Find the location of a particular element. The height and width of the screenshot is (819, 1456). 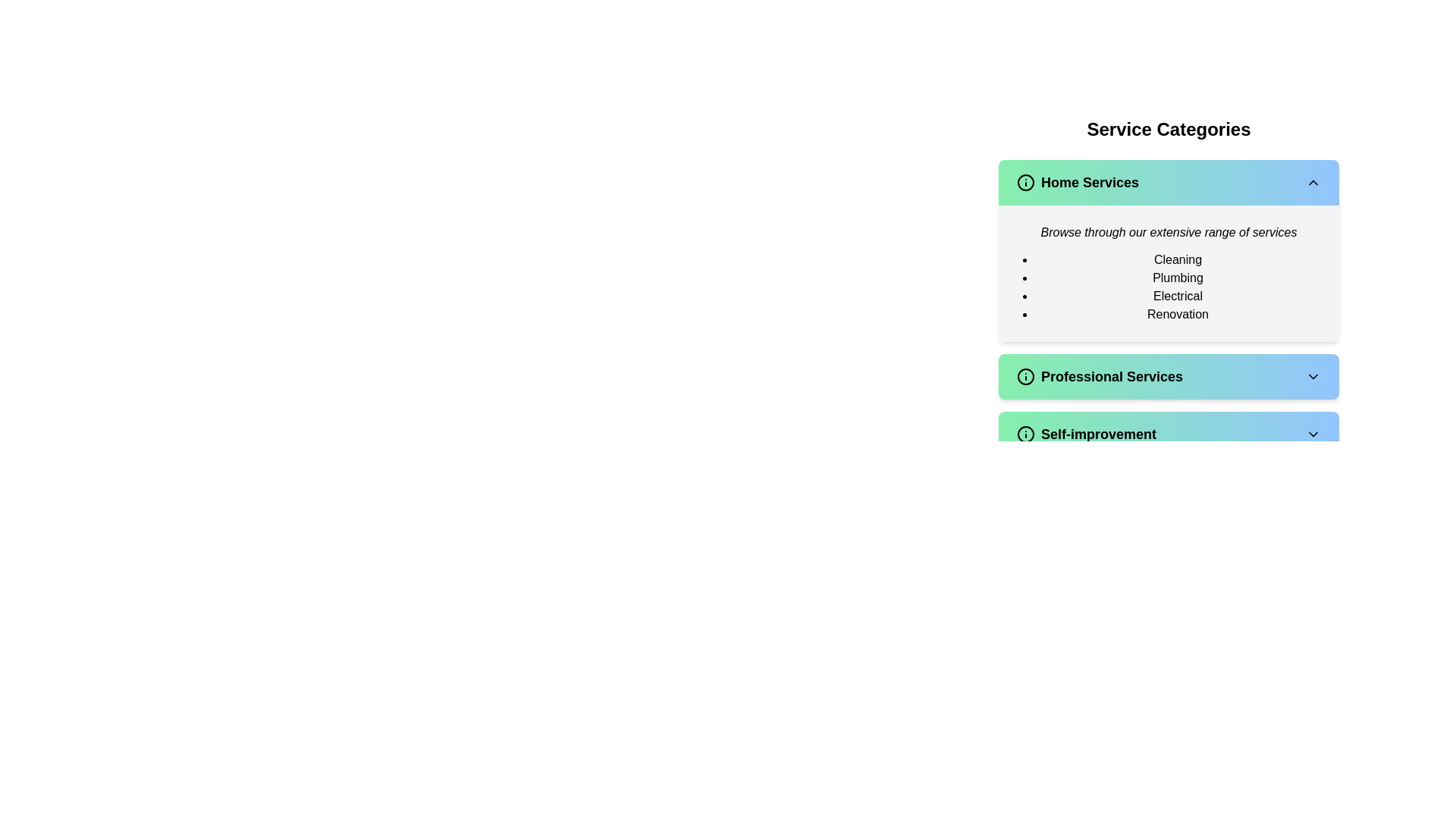

the 'Plumbing' text label in the 'Home Services' section is located at coordinates (1177, 278).